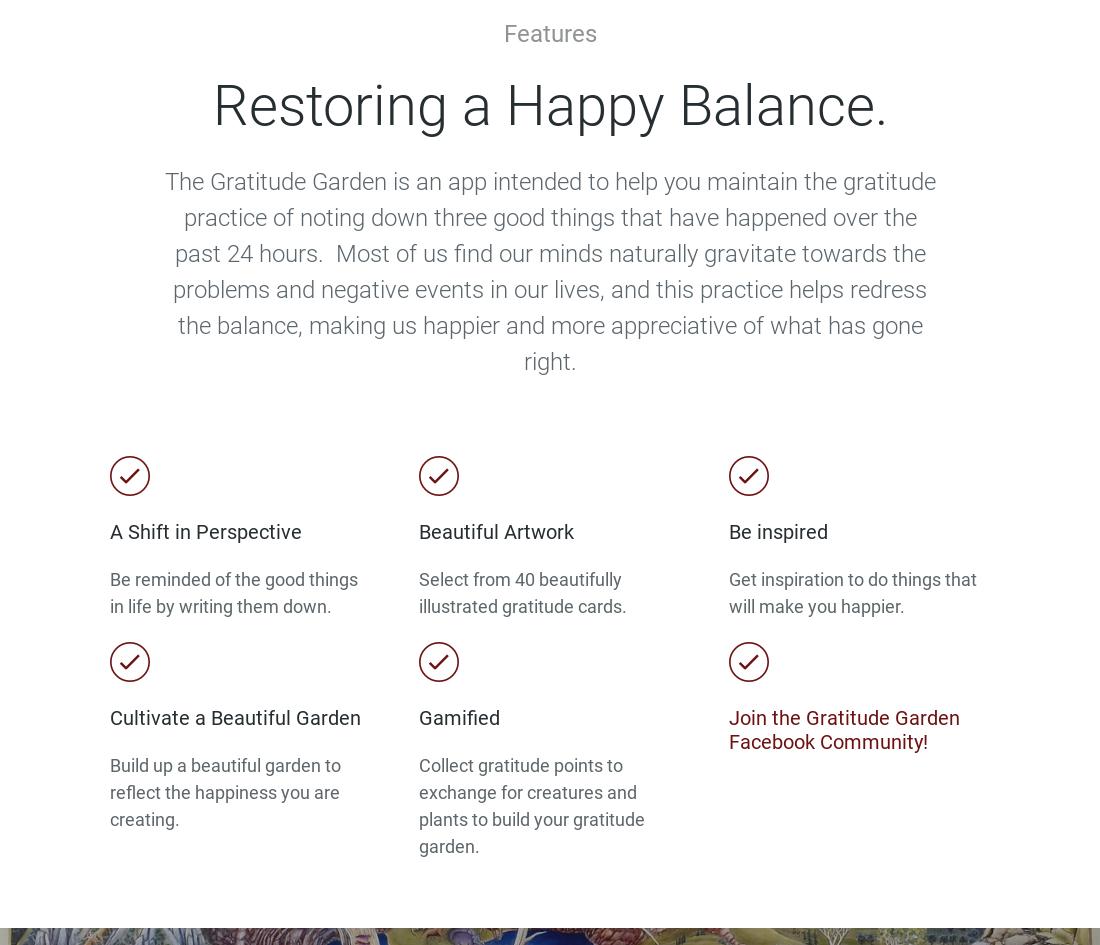 The image size is (1100, 945). I want to click on 'Beautiful Artwork', so click(496, 531).